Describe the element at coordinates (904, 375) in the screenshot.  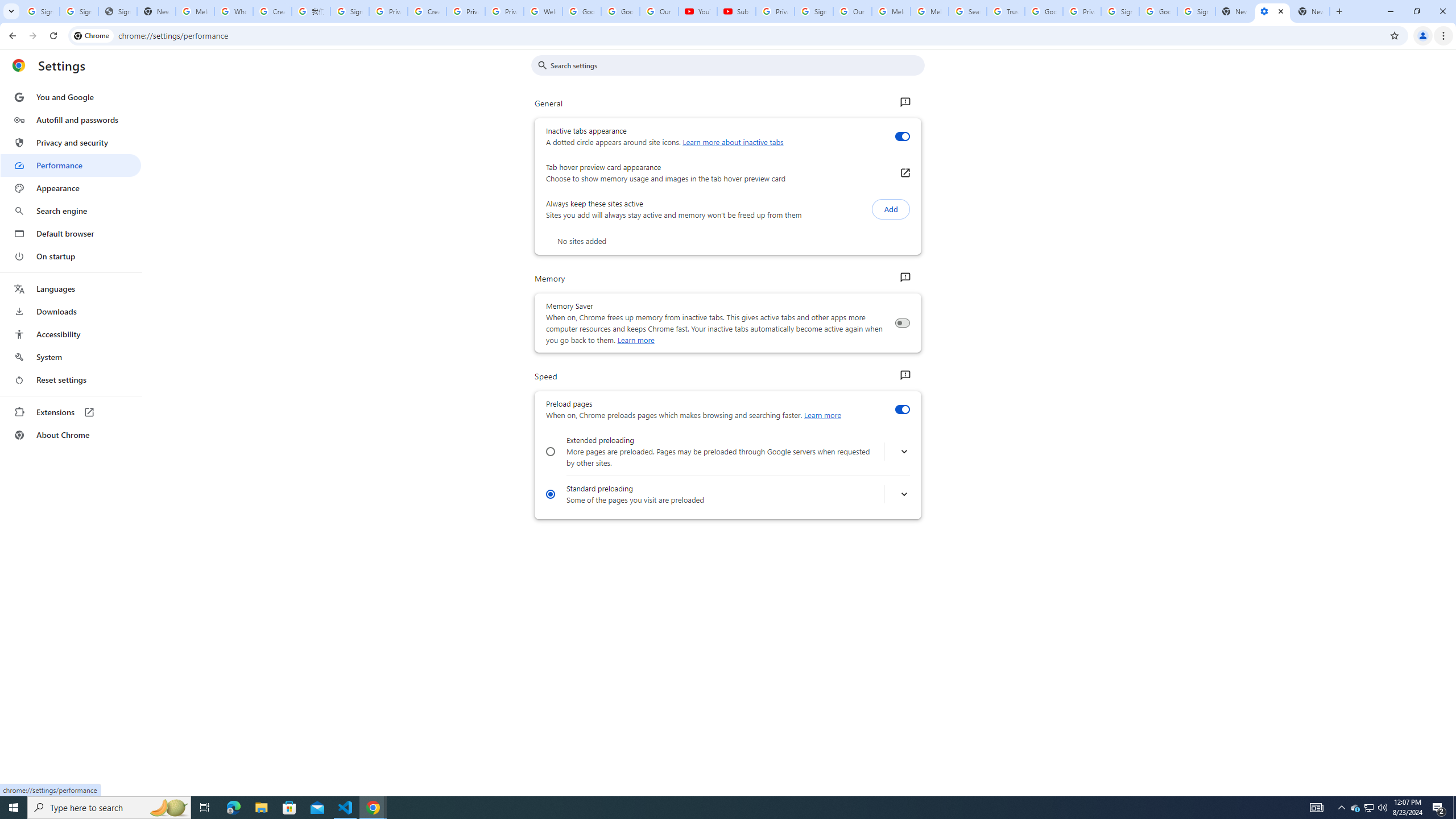
I see `'Speed'` at that location.